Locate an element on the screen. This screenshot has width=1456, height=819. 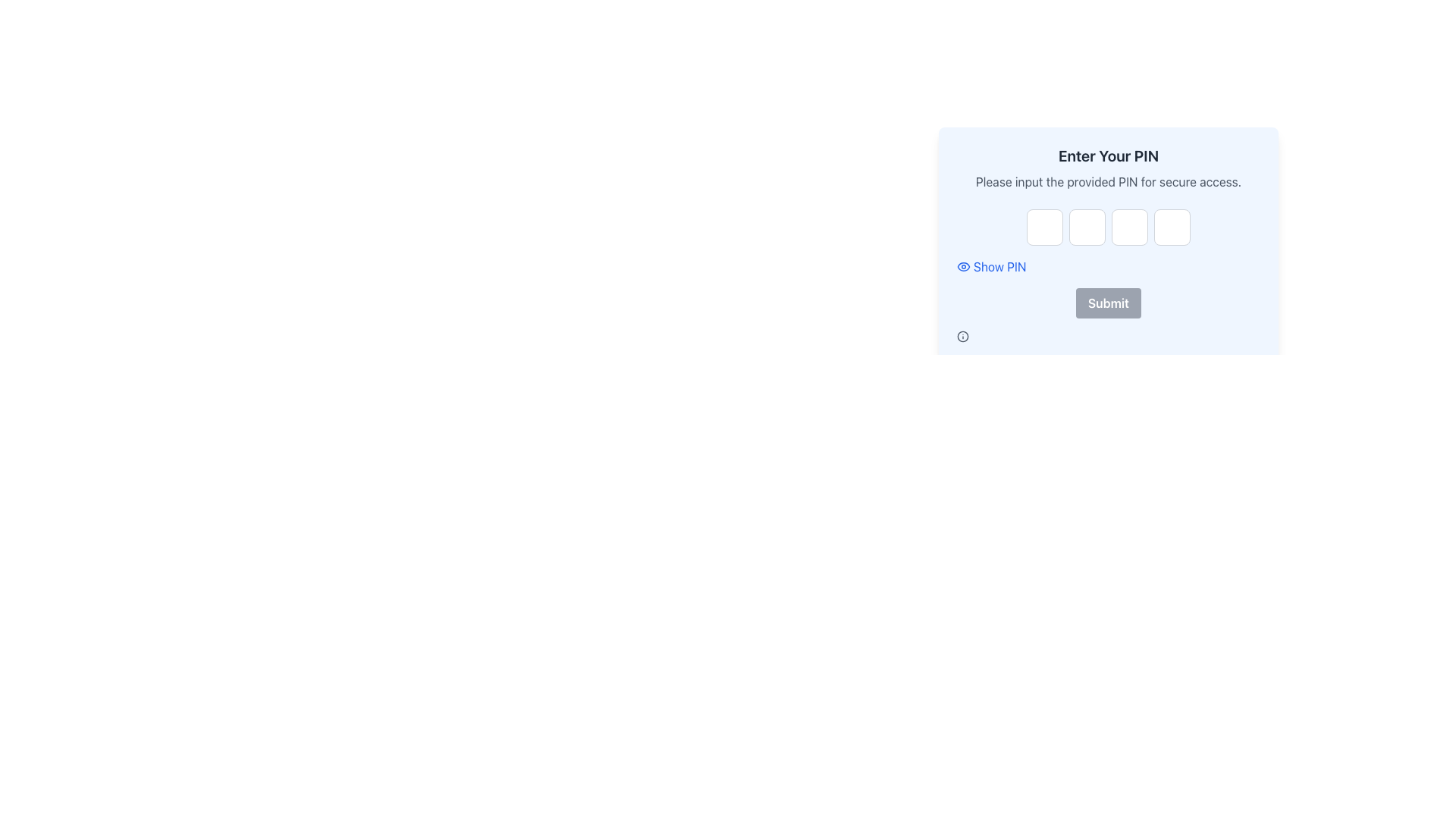
the next or previous password input field in the group of four input boxes arranged horizontally, positioned below the 'Please input the provided PIN for secure access.' text is located at coordinates (1109, 227).